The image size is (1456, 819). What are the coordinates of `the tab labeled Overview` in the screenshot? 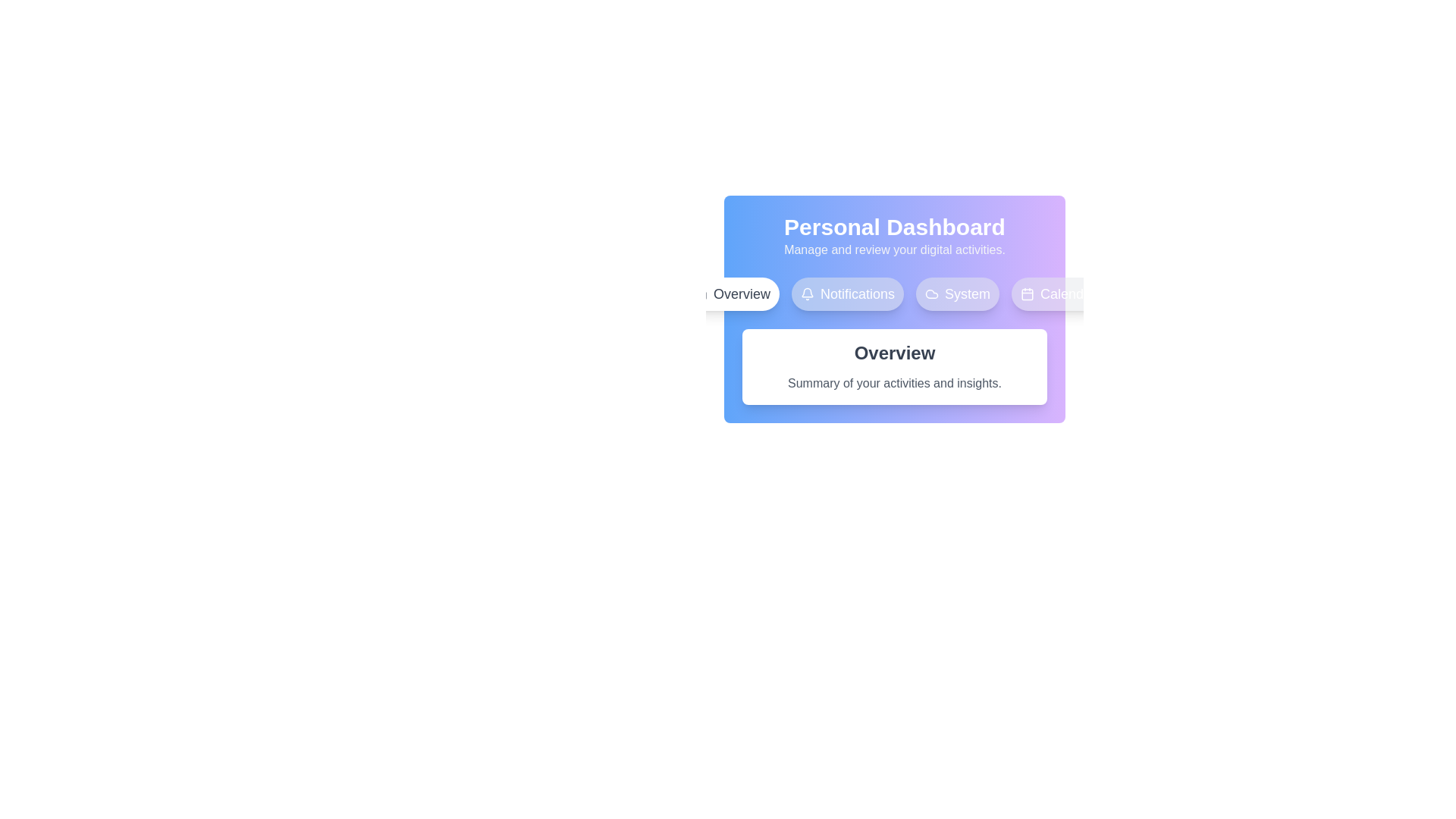 It's located at (731, 294).